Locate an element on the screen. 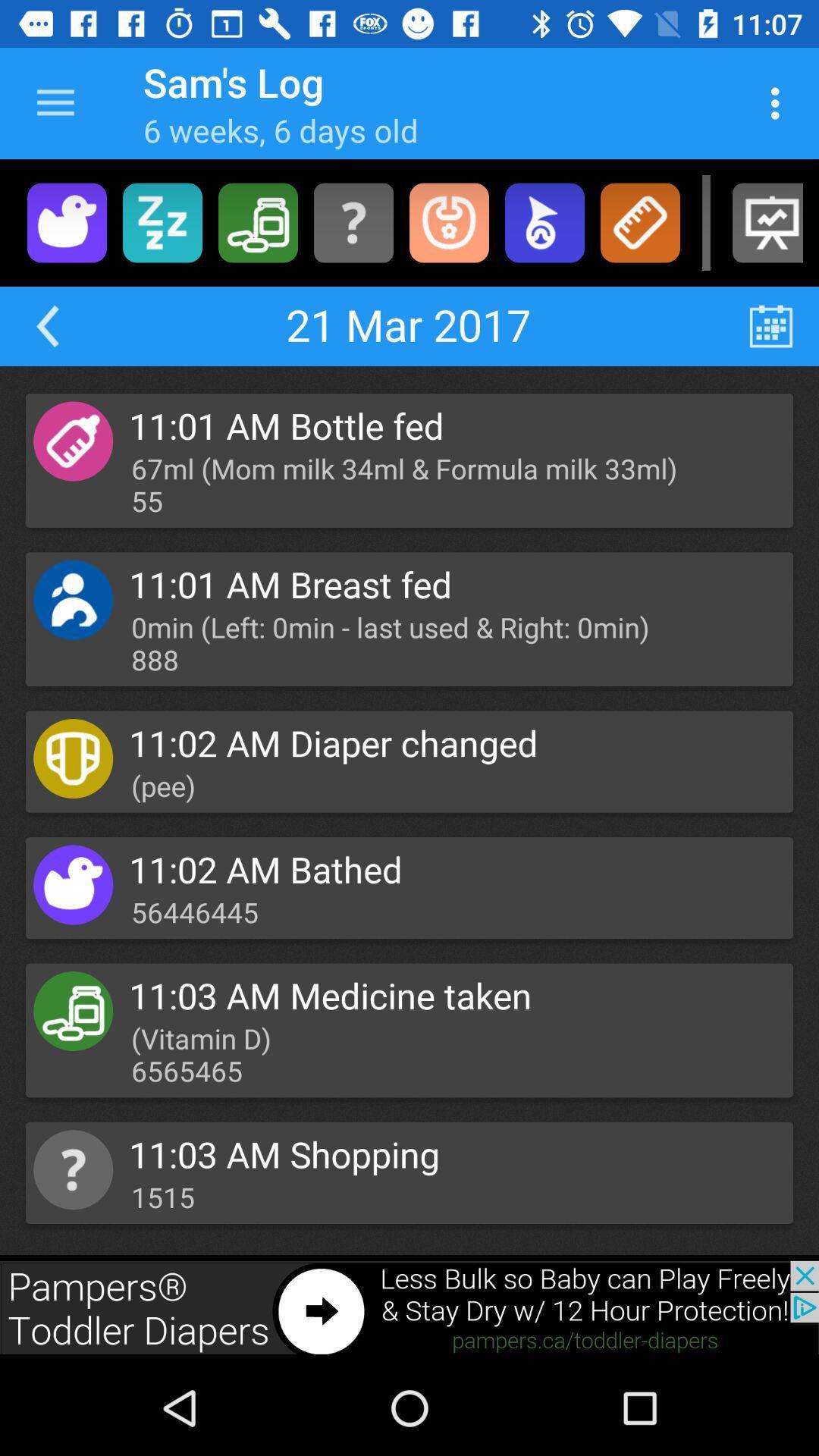  the help icon is located at coordinates (353, 221).